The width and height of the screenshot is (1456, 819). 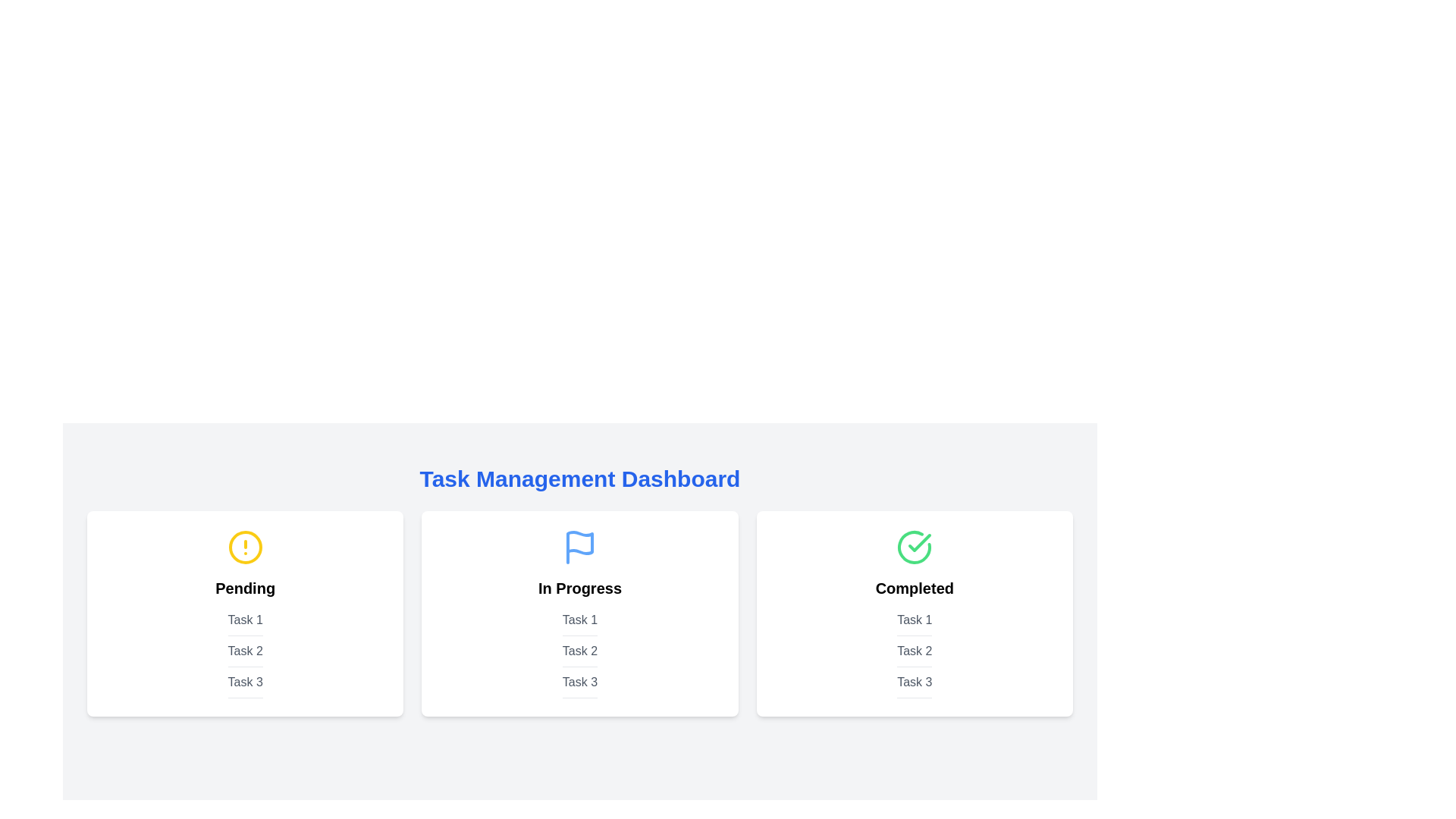 What do you see at coordinates (914, 587) in the screenshot?
I see `the 'Completed' status label located within the 'Completed' card, positioned below the green checkmark icon and above the list of tasks` at bounding box center [914, 587].